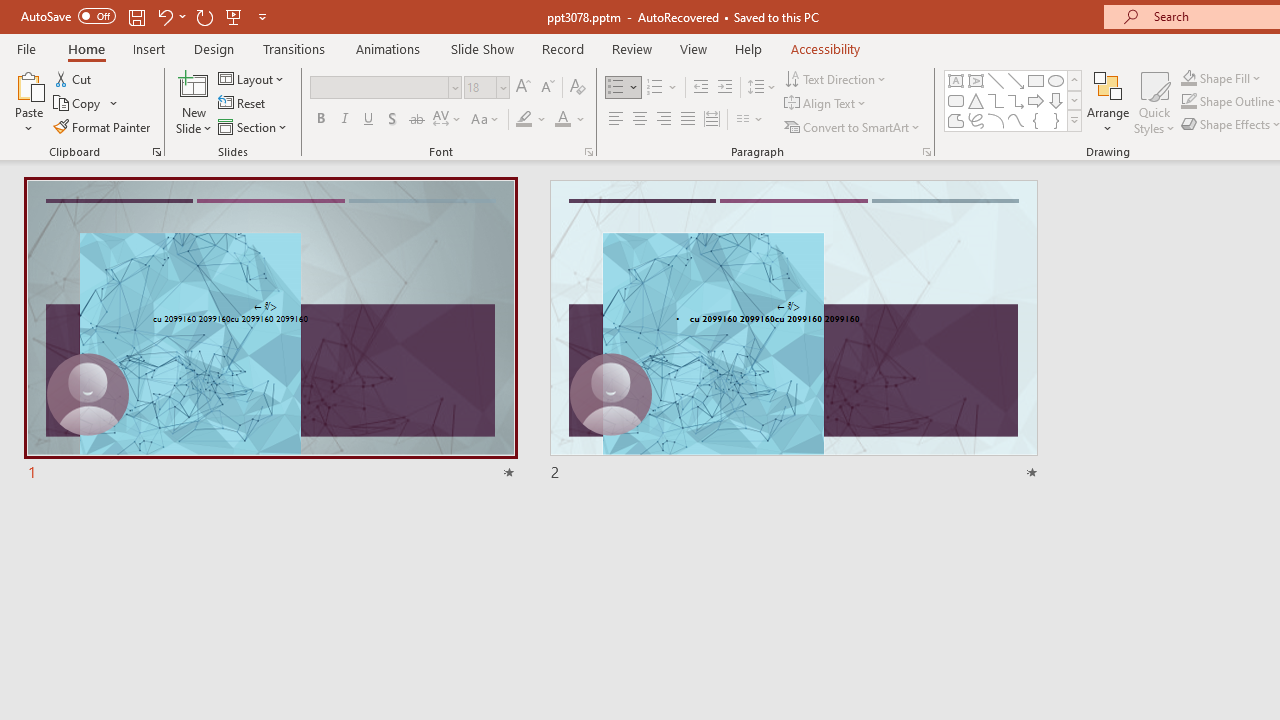 Image resolution: width=1280 pixels, height=720 pixels. Describe the element at coordinates (976, 100) in the screenshot. I see `'Isosceles Triangle'` at that location.